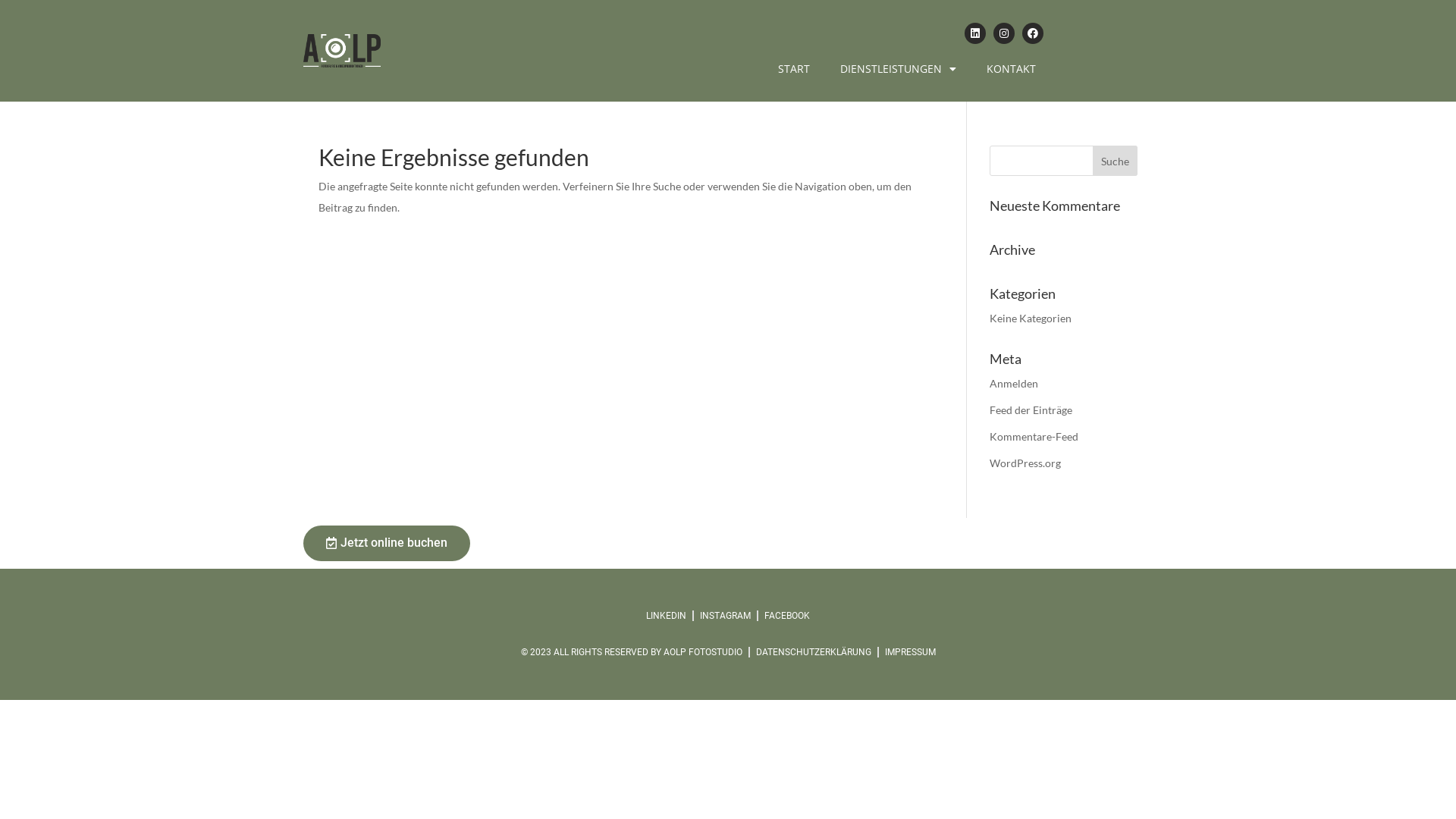 This screenshot has height=819, width=1456. What do you see at coordinates (1014, 382) in the screenshot?
I see `'Anmelden'` at bounding box center [1014, 382].